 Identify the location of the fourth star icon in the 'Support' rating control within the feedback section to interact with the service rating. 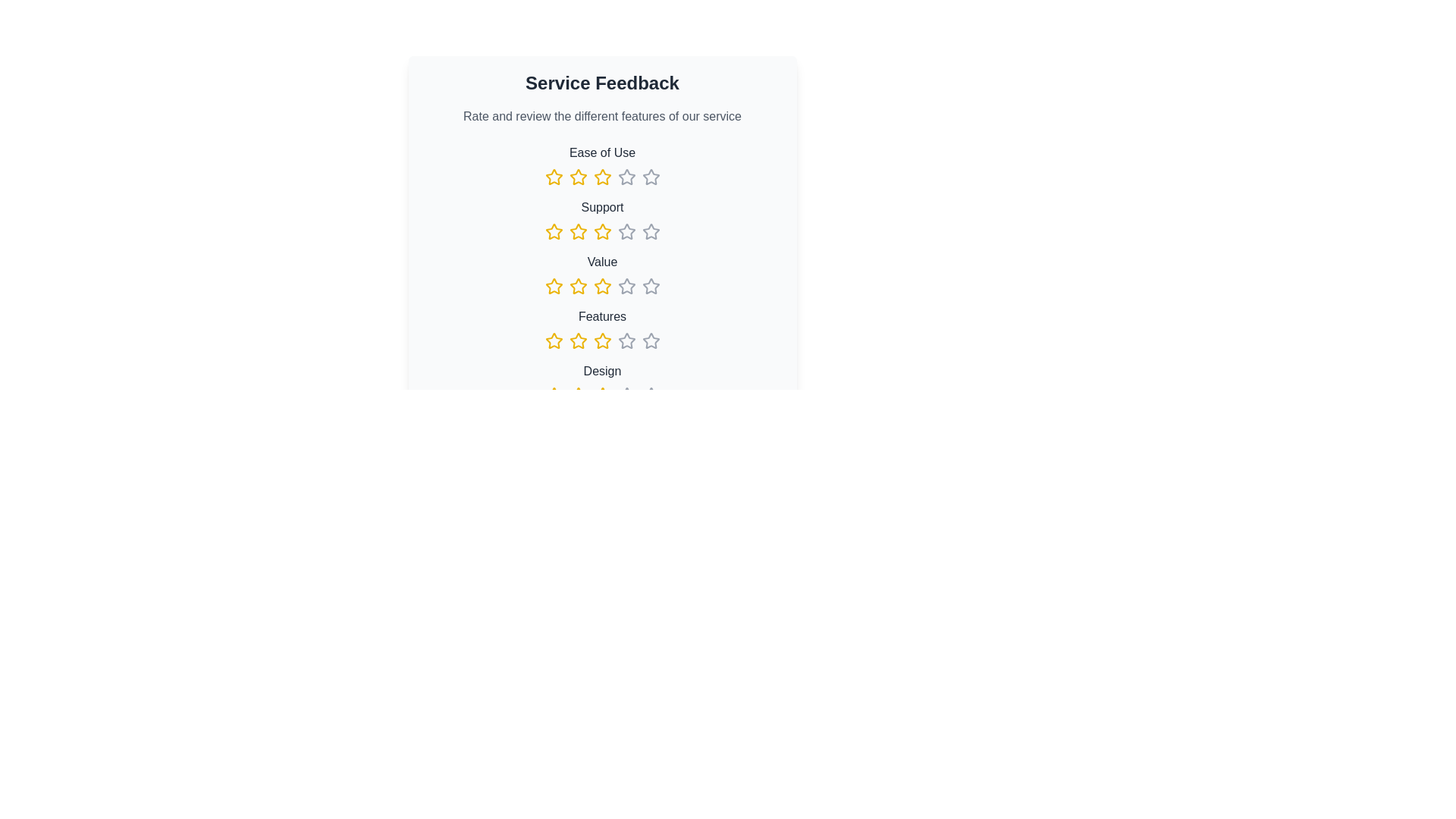
(601, 231).